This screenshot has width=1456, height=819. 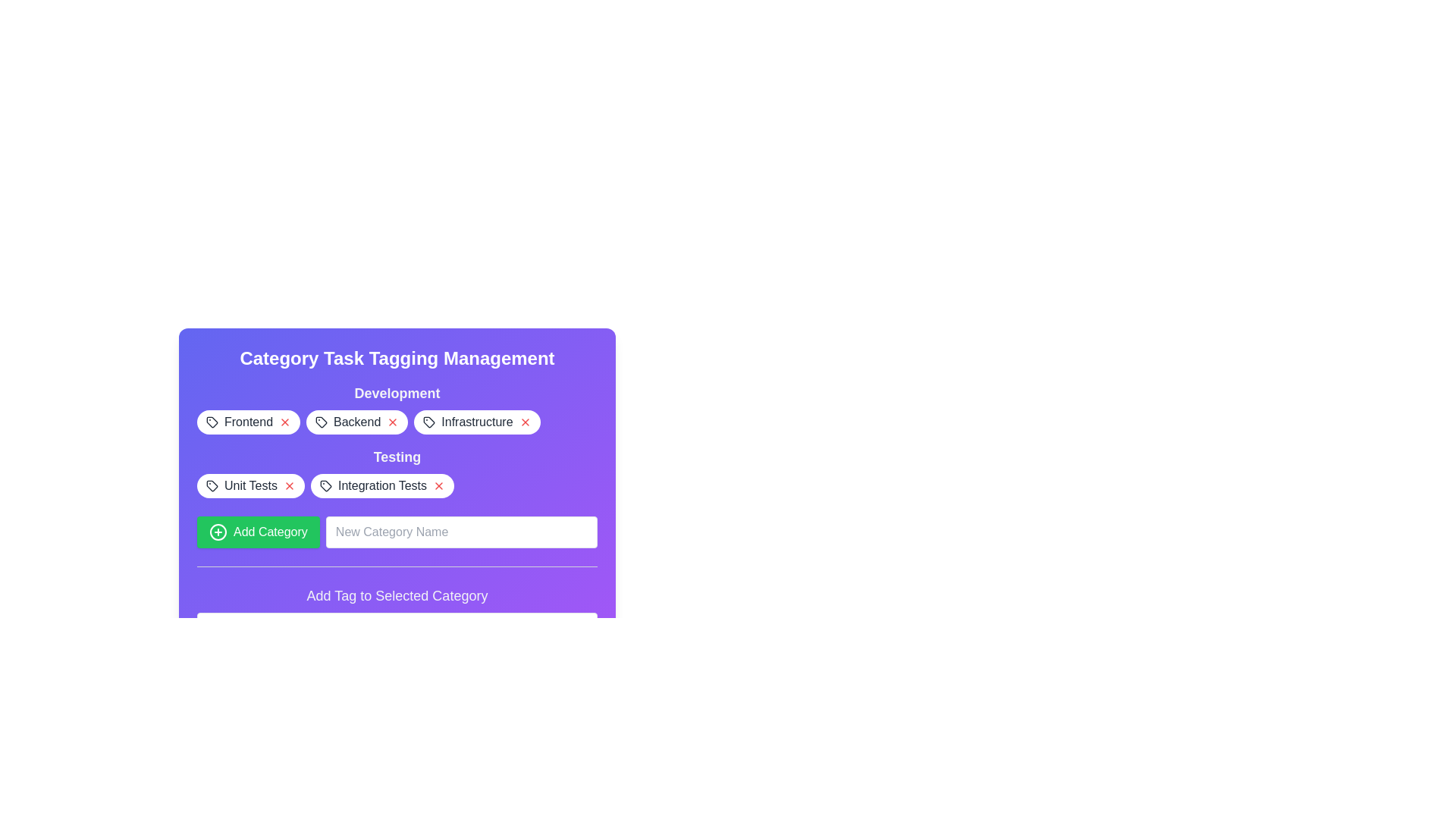 What do you see at coordinates (321, 422) in the screenshot?
I see `the decorative icon located to the left of the 'Backend' text in the 'Development' row of tags` at bounding box center [321, 422].